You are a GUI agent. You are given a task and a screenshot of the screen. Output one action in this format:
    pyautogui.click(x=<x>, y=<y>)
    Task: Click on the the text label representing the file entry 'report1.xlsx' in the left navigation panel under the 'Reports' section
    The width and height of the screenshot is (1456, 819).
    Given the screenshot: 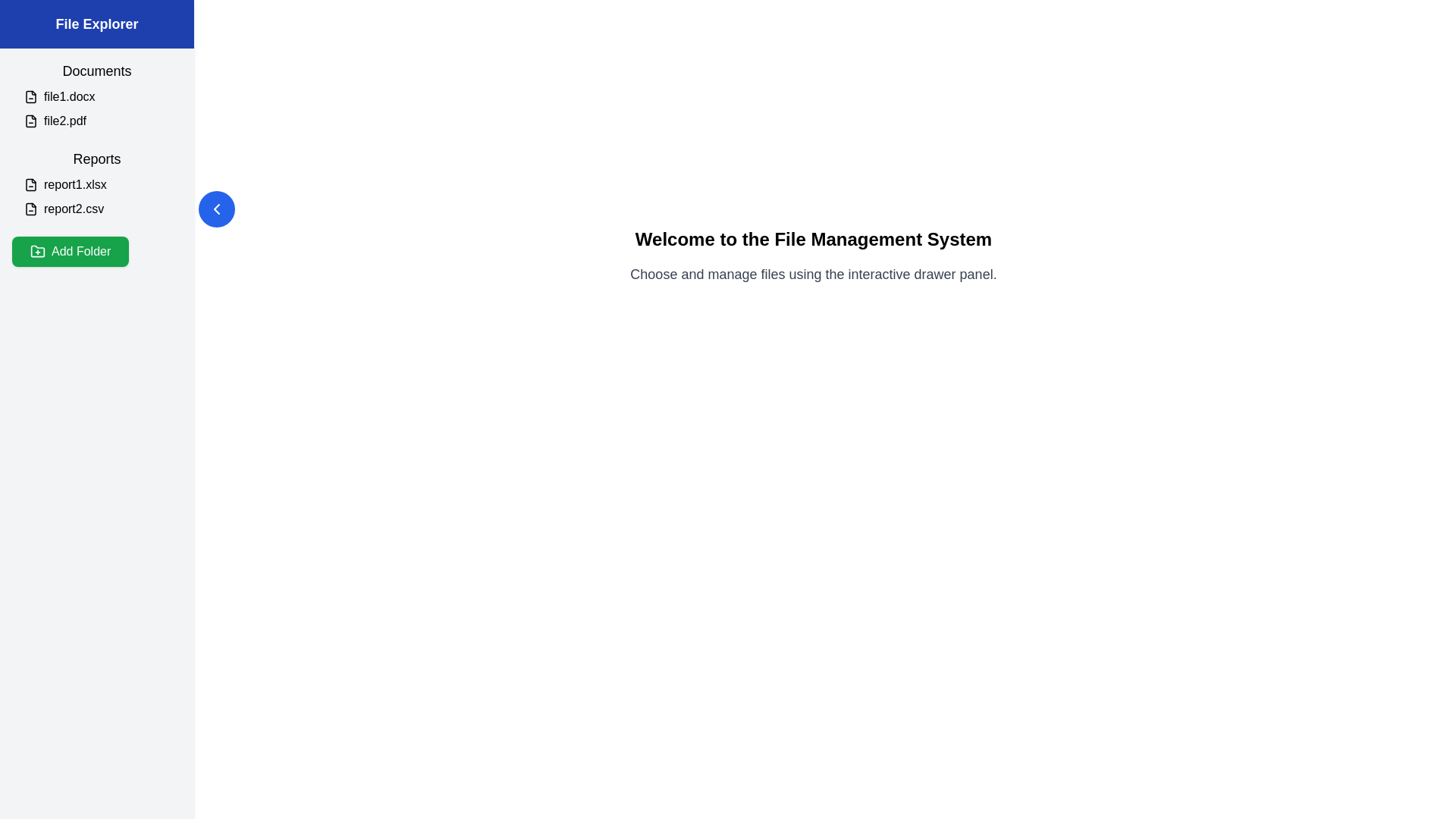 What is the action you would take?
    pyautogui.click(x=102, y=184)
    